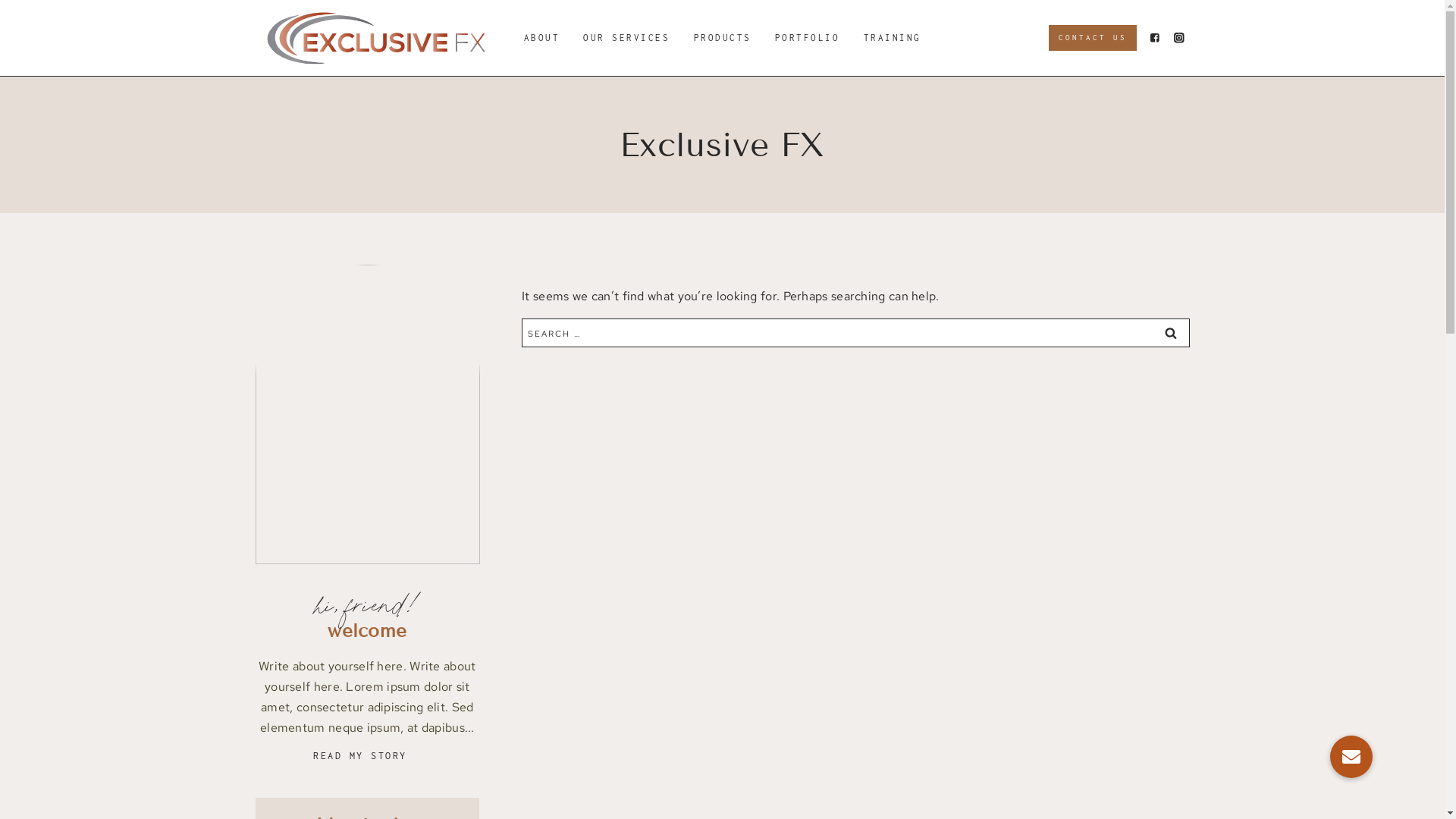  Describe the element at coordinates (541, 37) in the screenshot. I see `'ABOUT'` at that location.